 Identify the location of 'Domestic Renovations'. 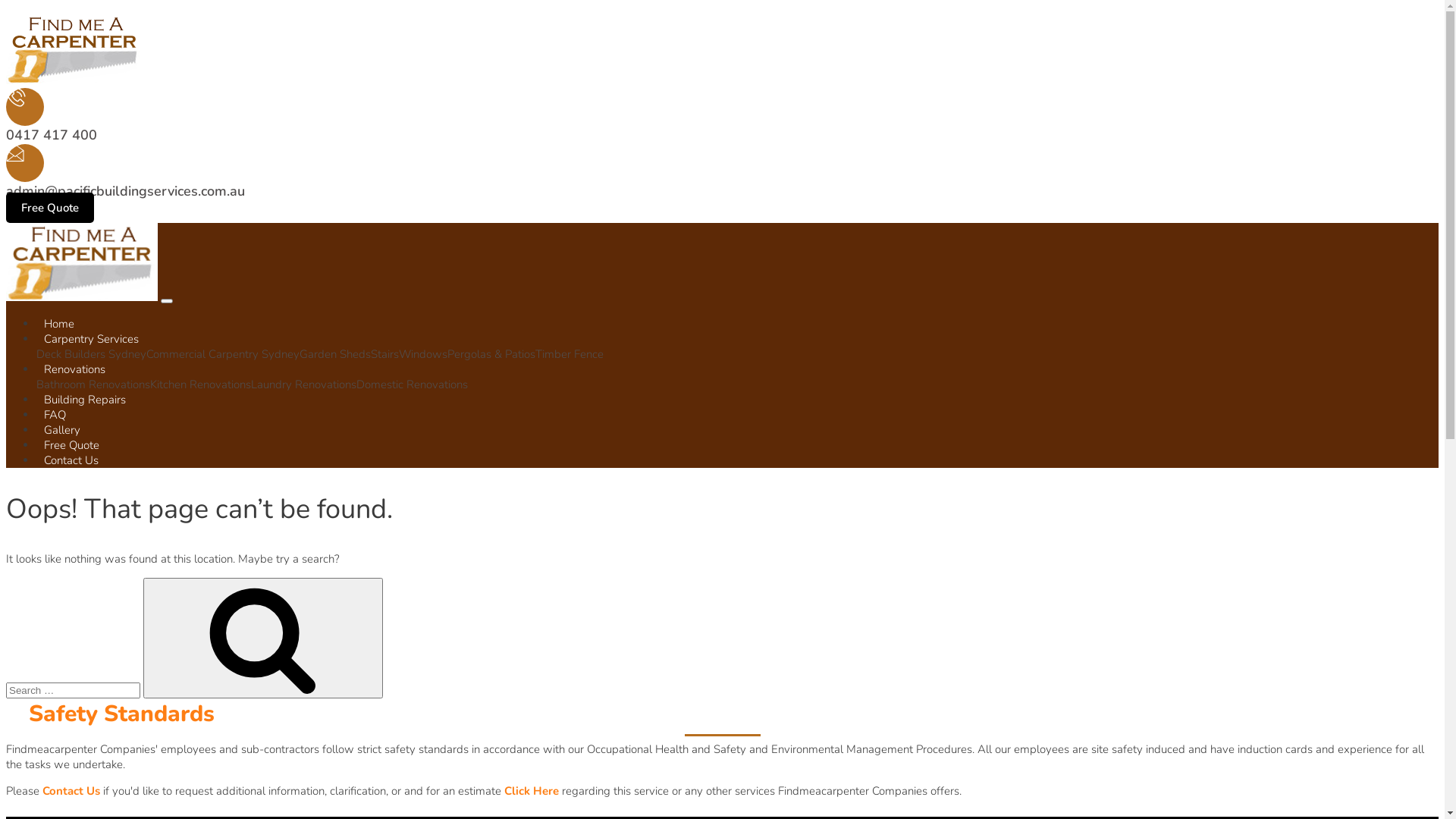
(412, 383).